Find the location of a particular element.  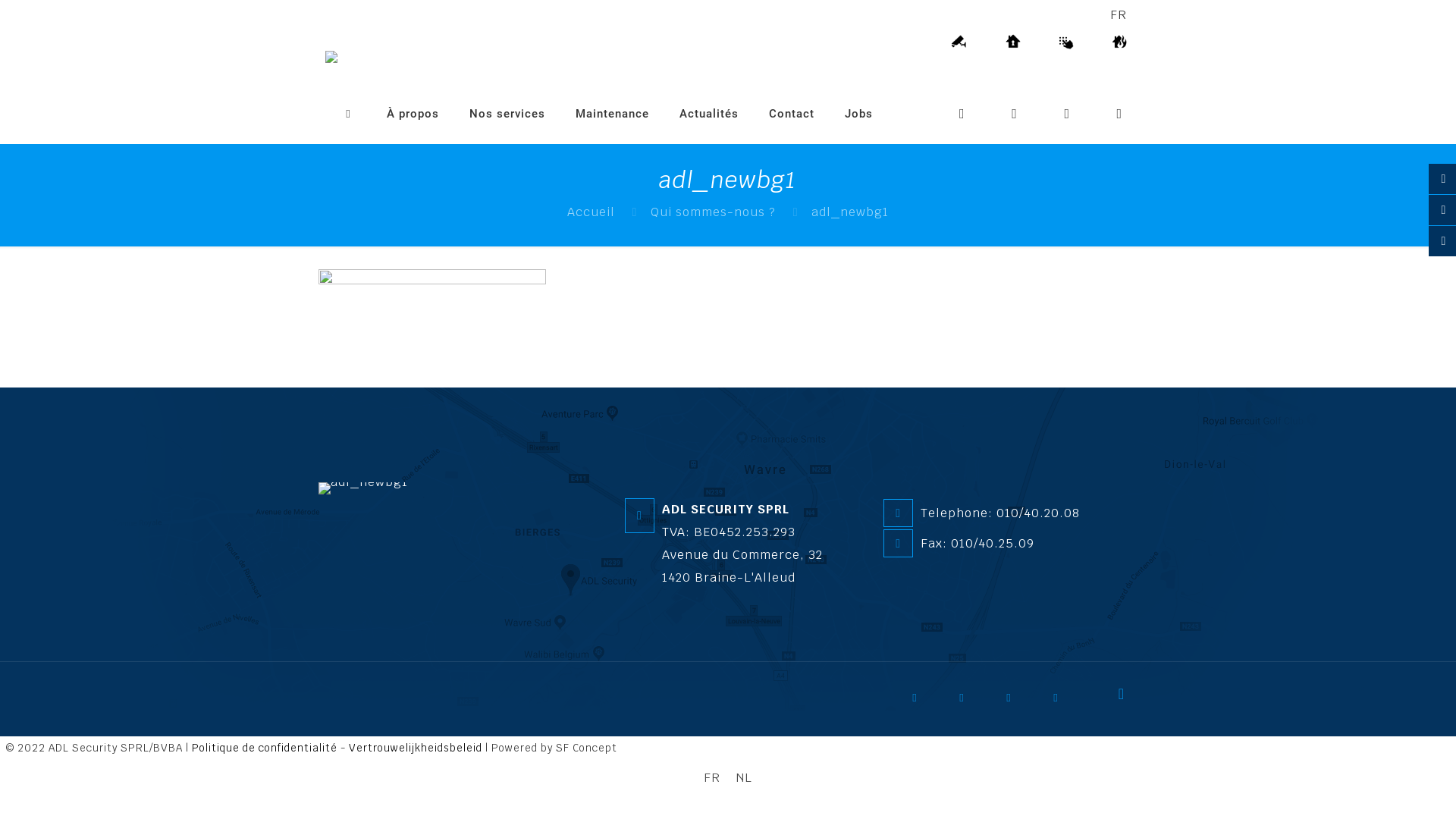

'LinkedIn' is located at coordinates (1001, 702).